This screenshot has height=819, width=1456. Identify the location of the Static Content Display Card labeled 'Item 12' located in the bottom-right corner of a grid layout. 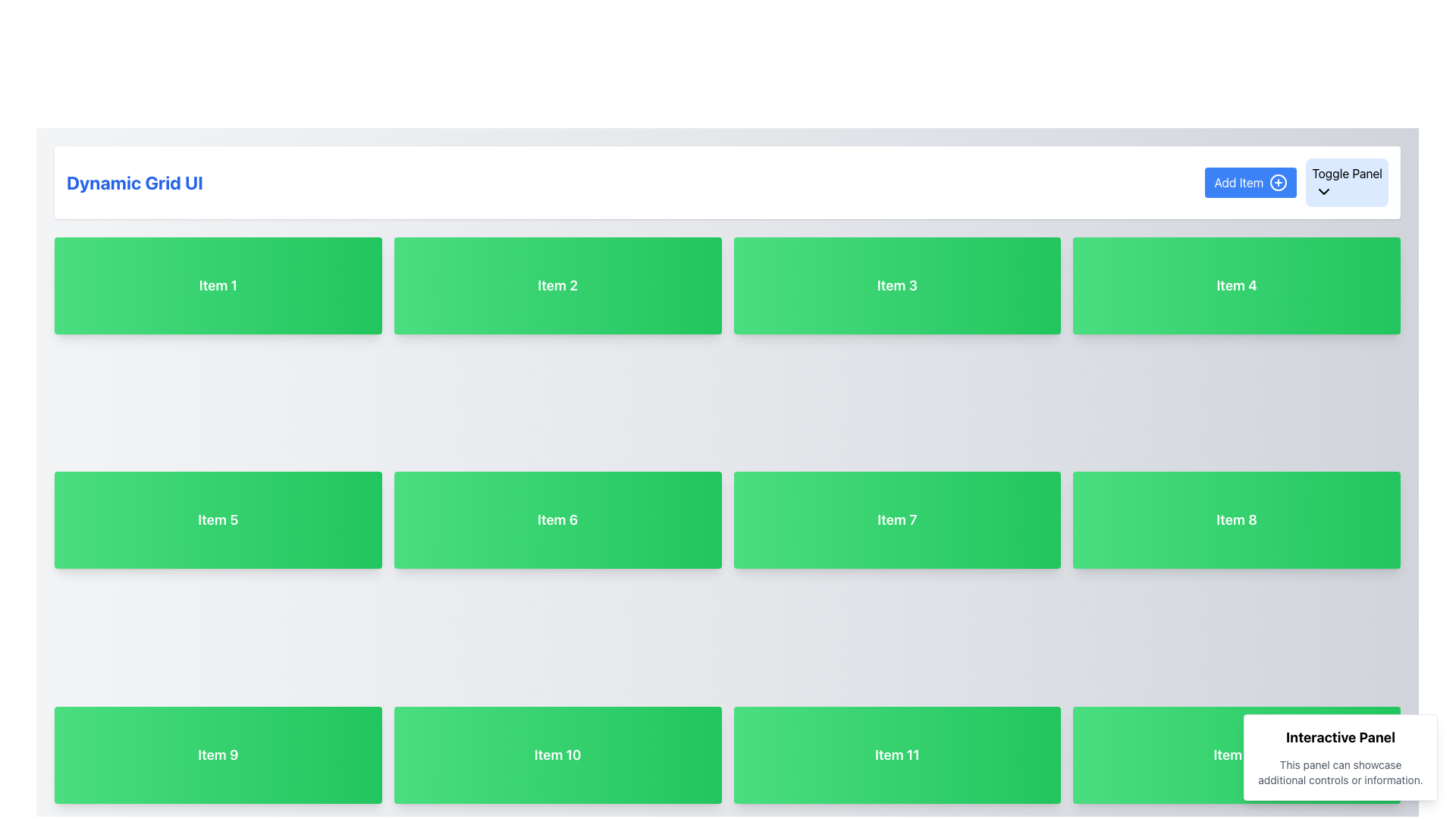
(1237, 755).